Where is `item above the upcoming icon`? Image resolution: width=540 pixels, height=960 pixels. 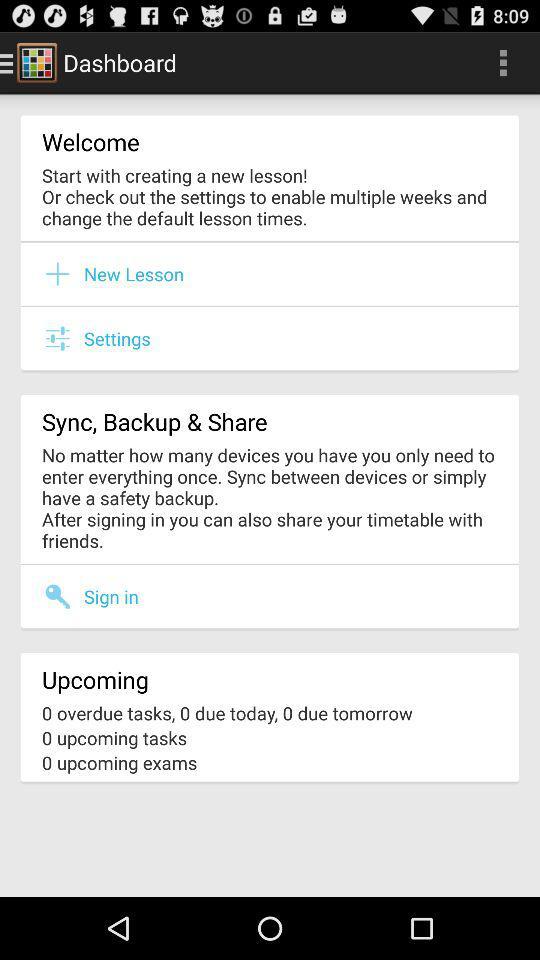 item above the upcoming icon is located at coordinates (63, 596).